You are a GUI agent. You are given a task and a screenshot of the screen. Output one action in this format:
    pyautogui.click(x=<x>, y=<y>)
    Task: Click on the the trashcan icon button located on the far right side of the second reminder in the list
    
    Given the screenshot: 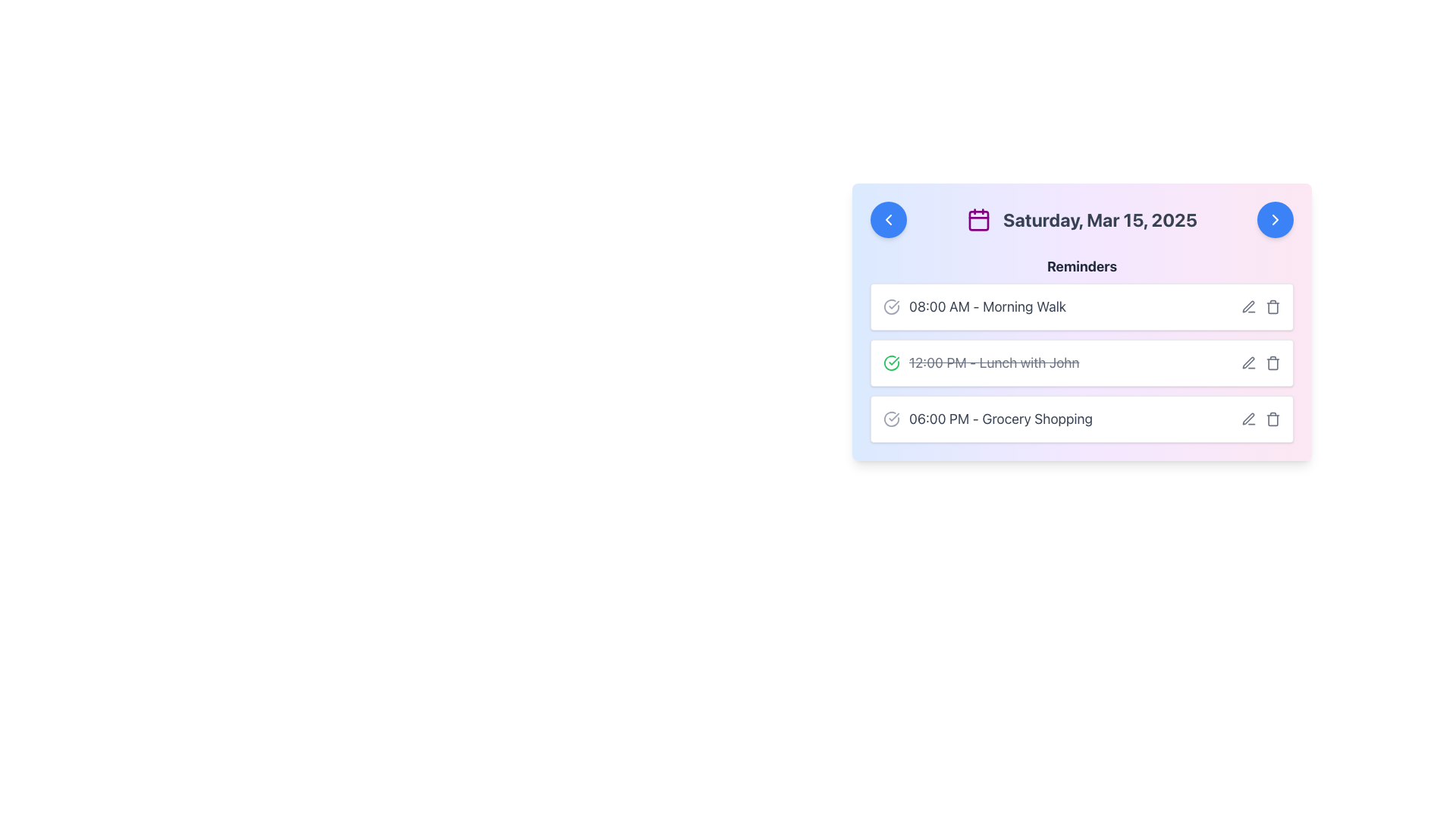 What is the action you would take?
    pyautogui.click(x=1273, y=362)
    